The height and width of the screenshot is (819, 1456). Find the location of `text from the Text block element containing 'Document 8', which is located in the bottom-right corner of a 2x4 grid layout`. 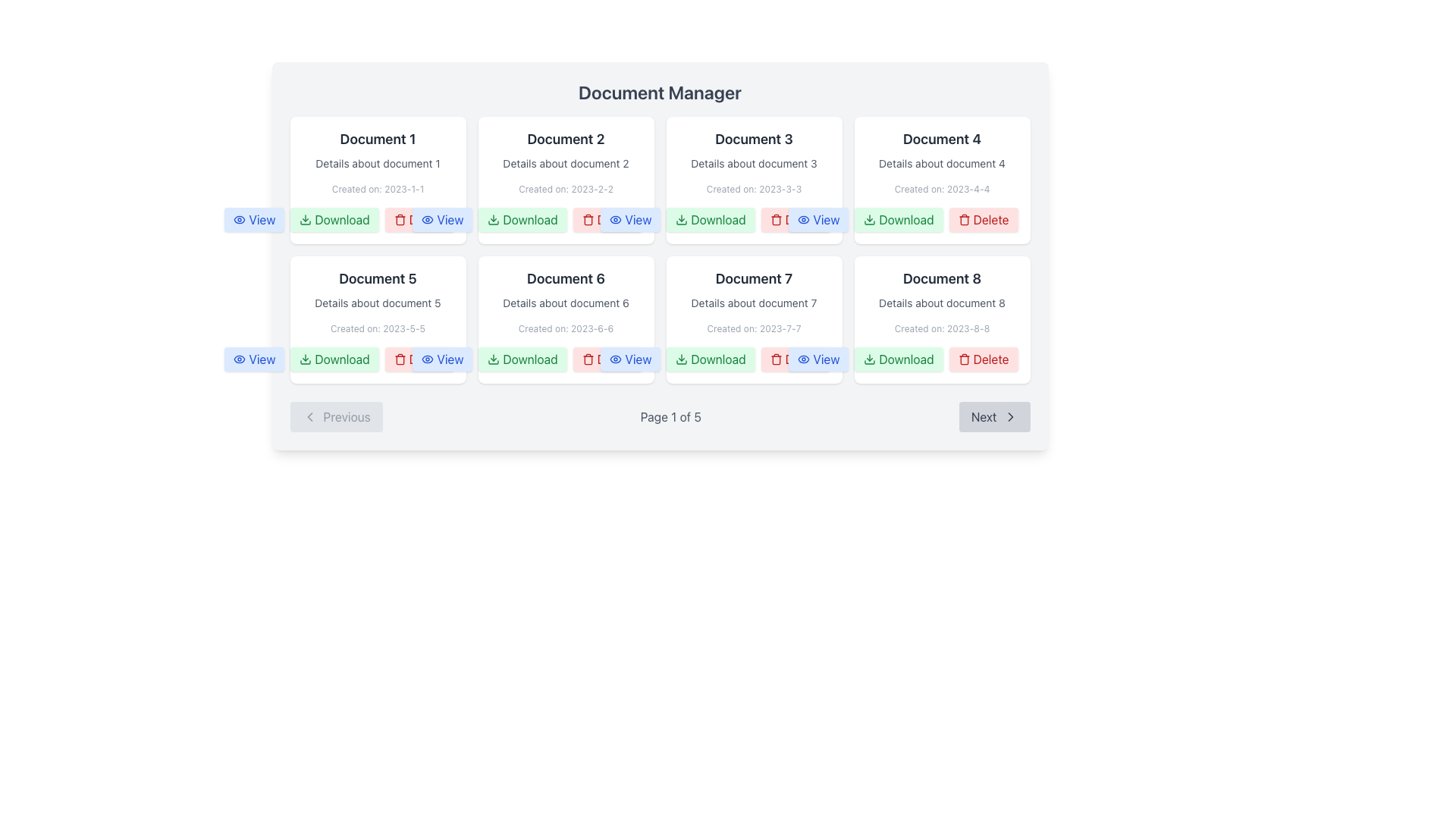

text from the Text block element containing 'Document 8', which is located in the bottom-right corner of a 2x4 grid layout is located at coordinates (941, 301).